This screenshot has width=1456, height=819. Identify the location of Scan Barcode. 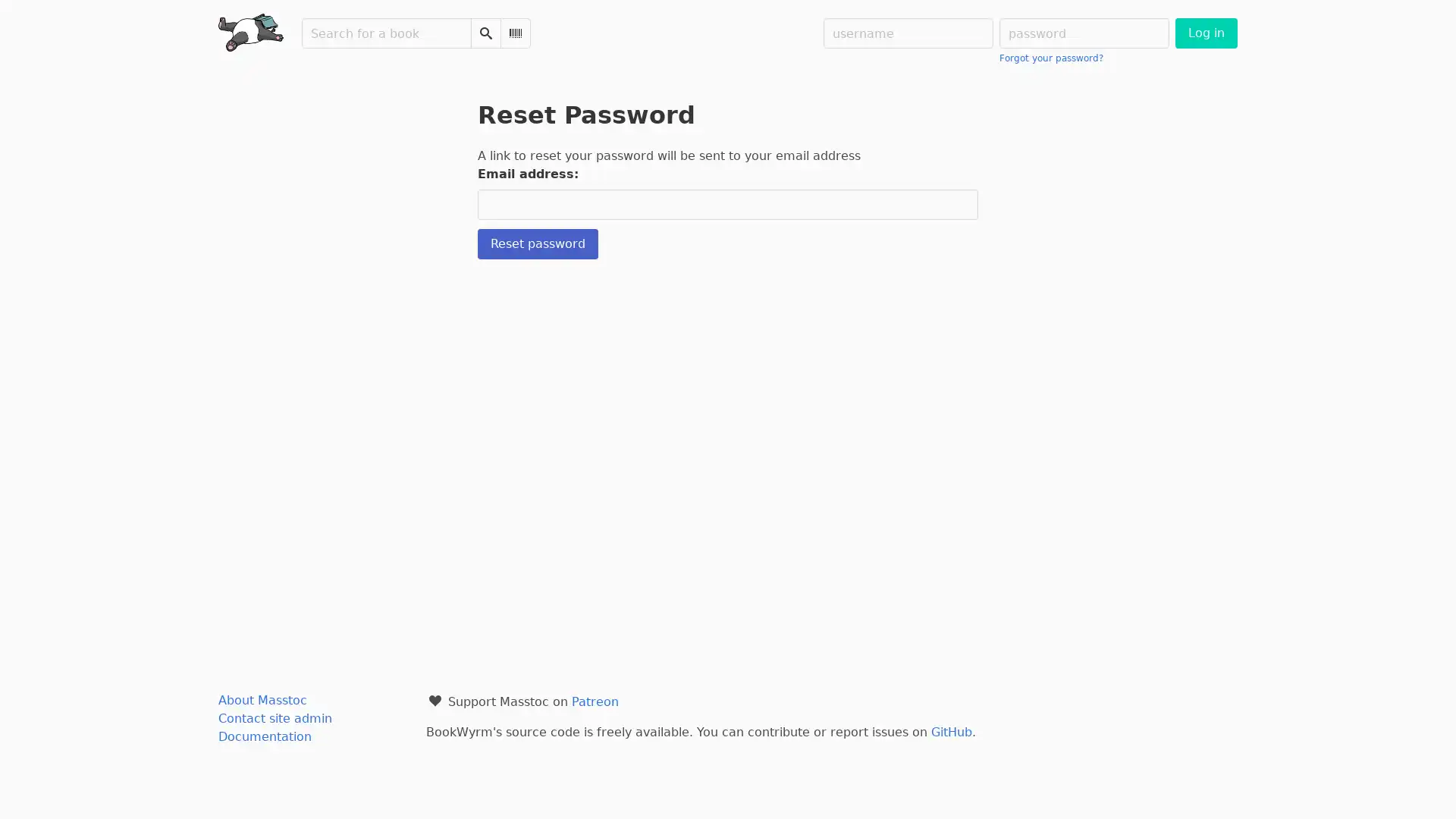
(516, 33).